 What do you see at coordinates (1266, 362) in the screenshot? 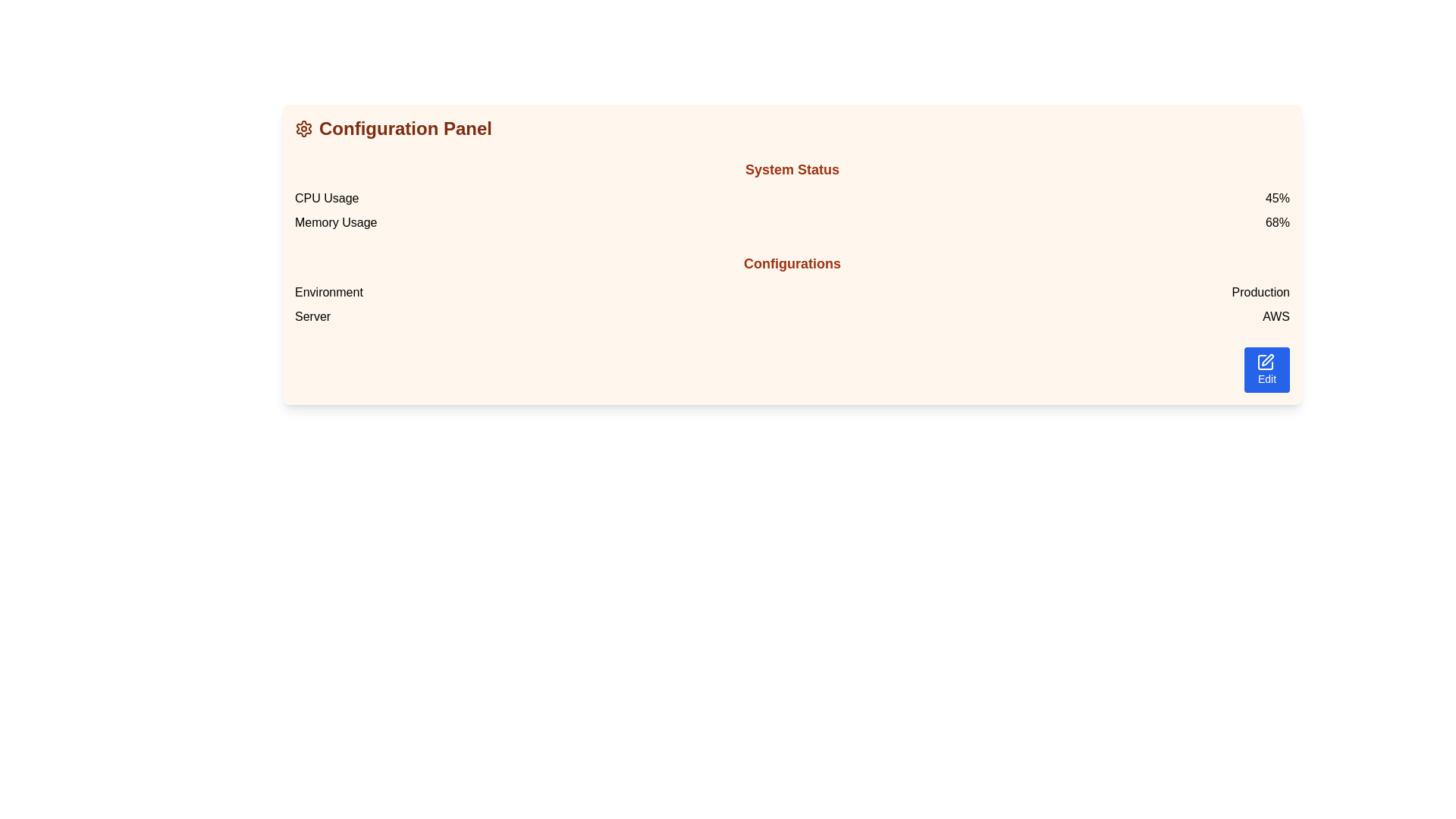
I see `the edit icon located within the blue rectangular button labeled 'Edit' at the bottom-right corner of the card section in the Configuration Panel` at bounding box center [1266, 362].